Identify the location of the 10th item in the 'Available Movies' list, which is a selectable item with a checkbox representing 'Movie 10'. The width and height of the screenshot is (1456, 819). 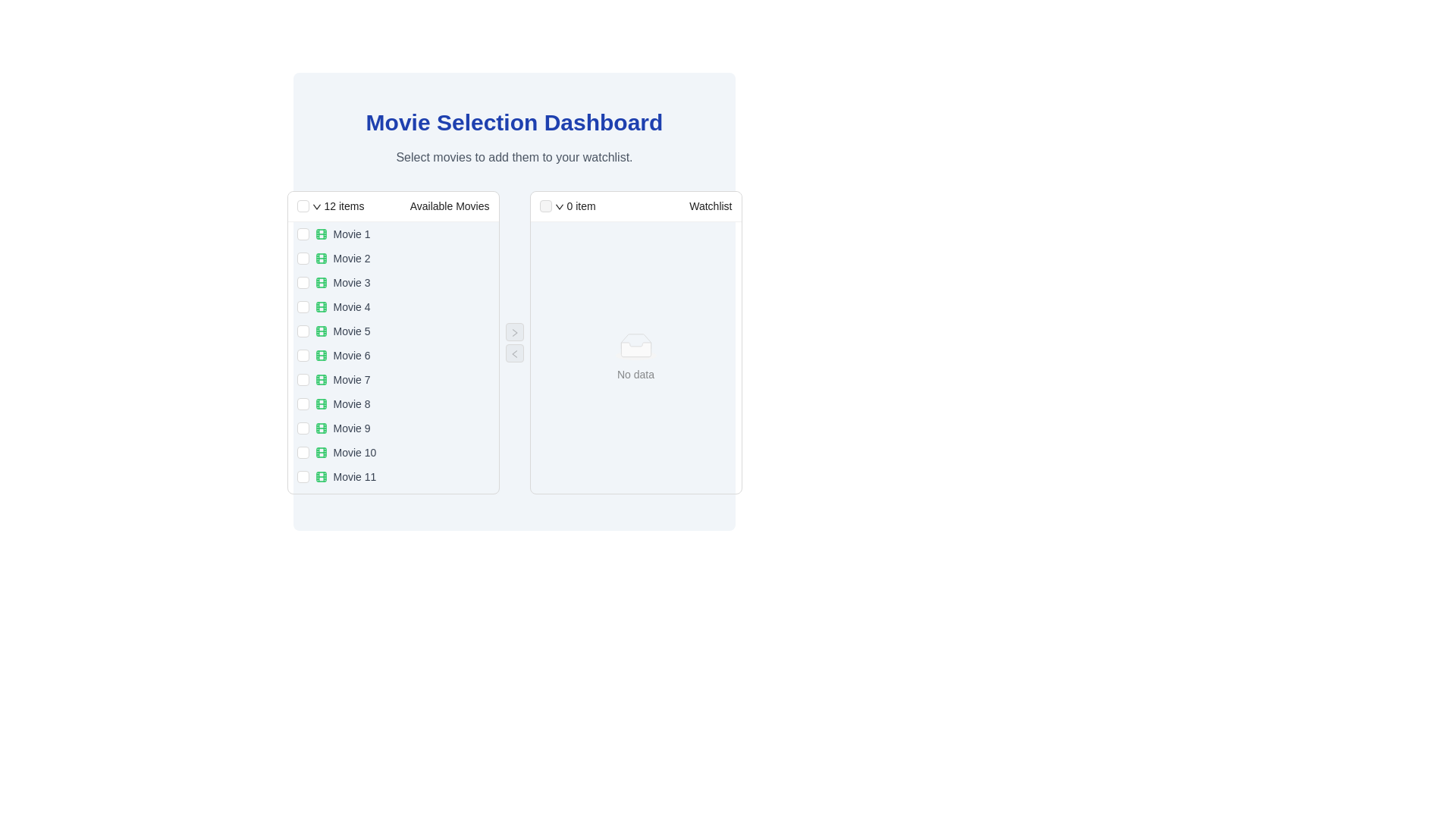
(393, 452).